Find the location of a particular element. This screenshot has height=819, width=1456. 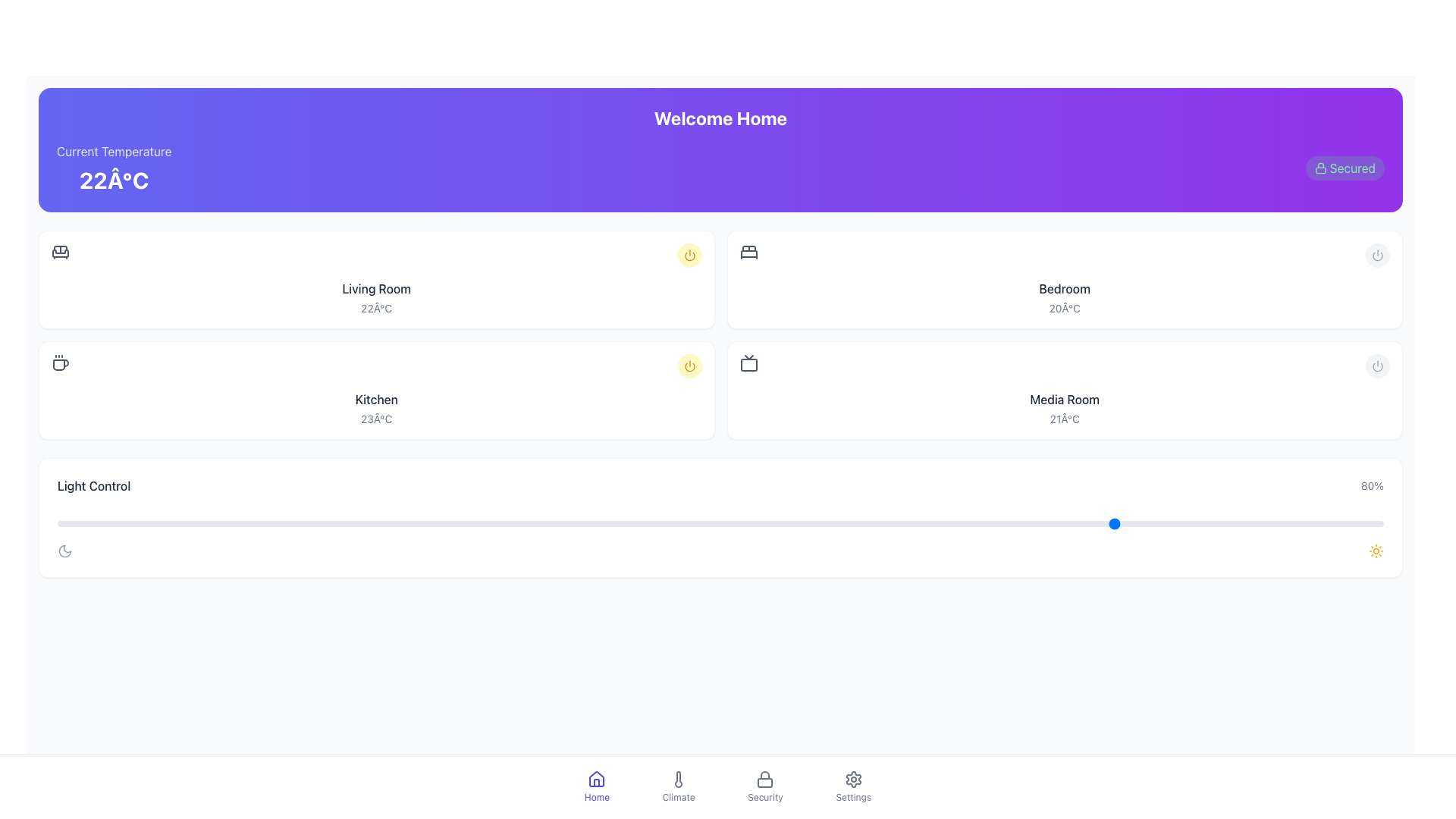

the 'Kitchen' static text label, which serves as the section identifier above the temperature display is located at coordinates (376, 399).